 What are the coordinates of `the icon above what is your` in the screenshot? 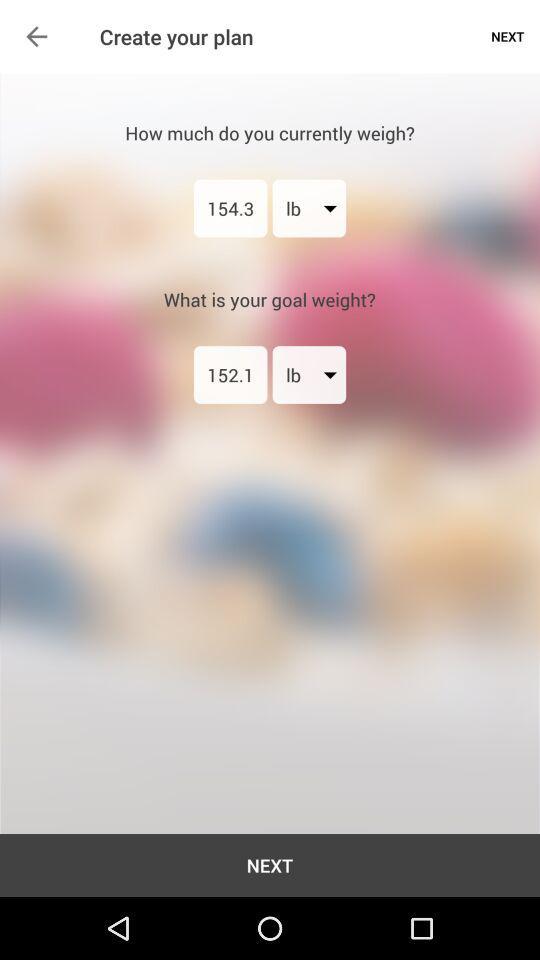 It's located at (229, 208).